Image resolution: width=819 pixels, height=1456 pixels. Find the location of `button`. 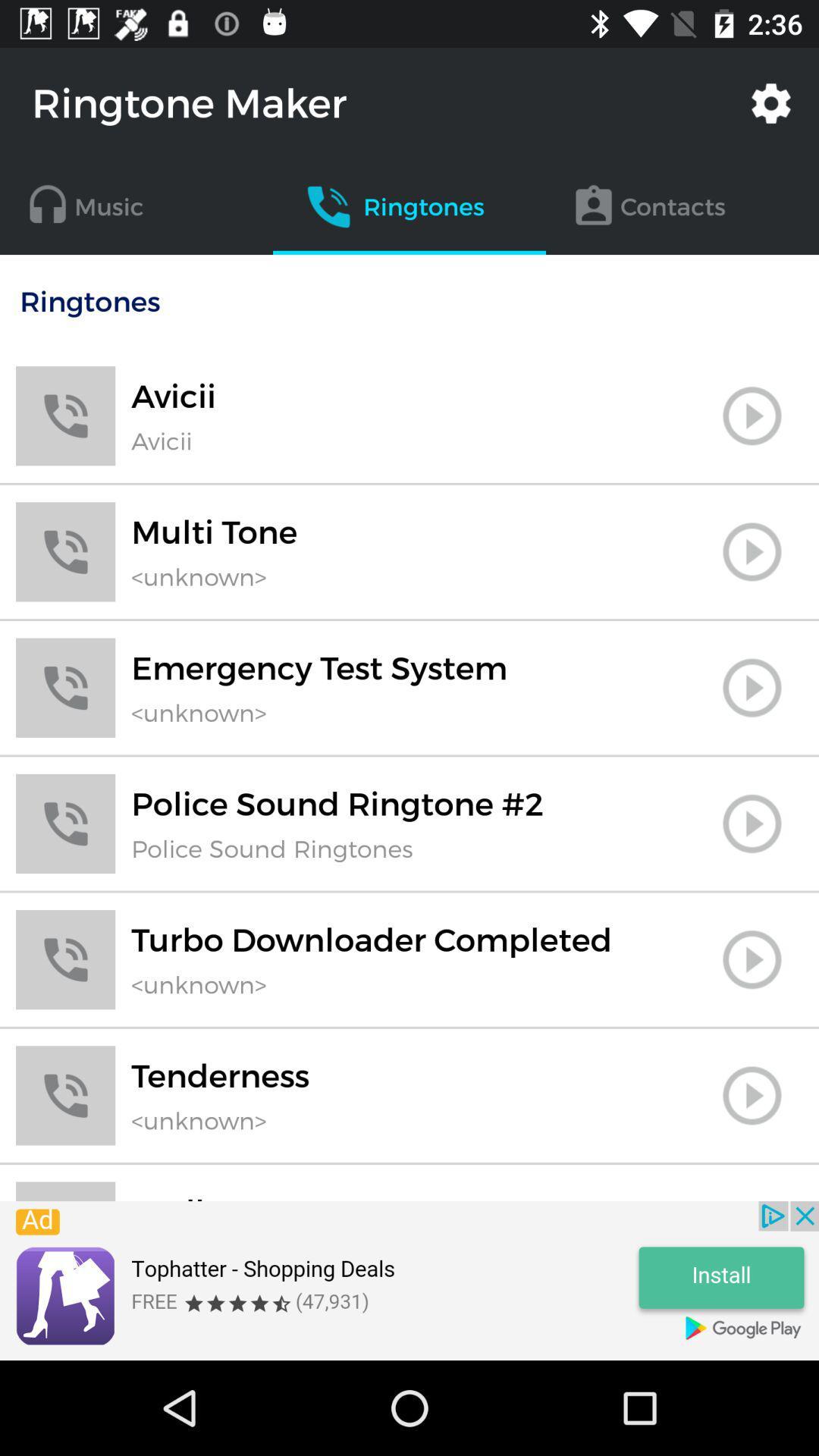

button is located at coordinates (752, 823).